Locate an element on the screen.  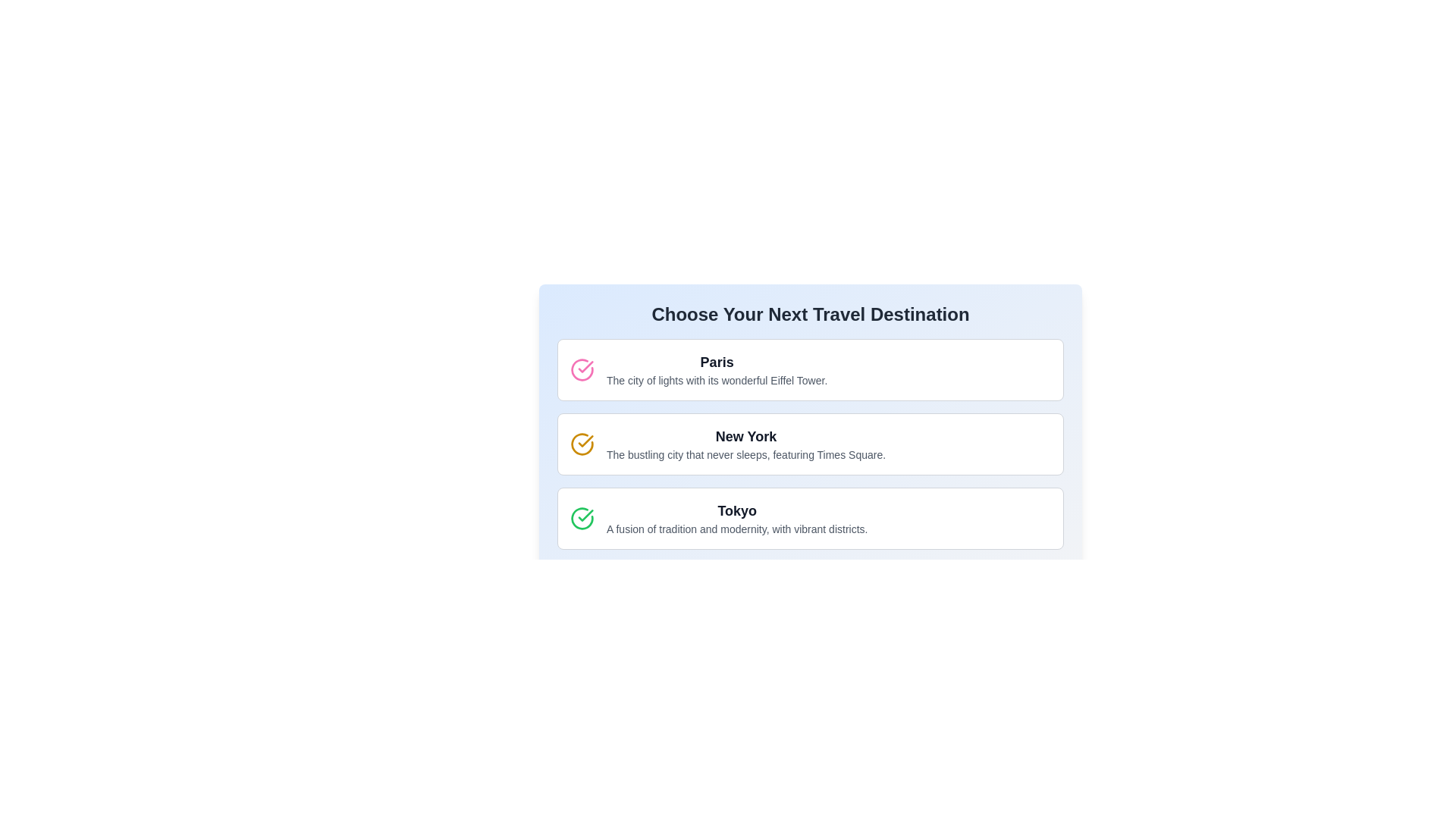
the text block displaying 'Tokyo' which consists of bold text and a smaller gray description below it, positioned centrally in a vertical list is located at coordinates (737, 517).